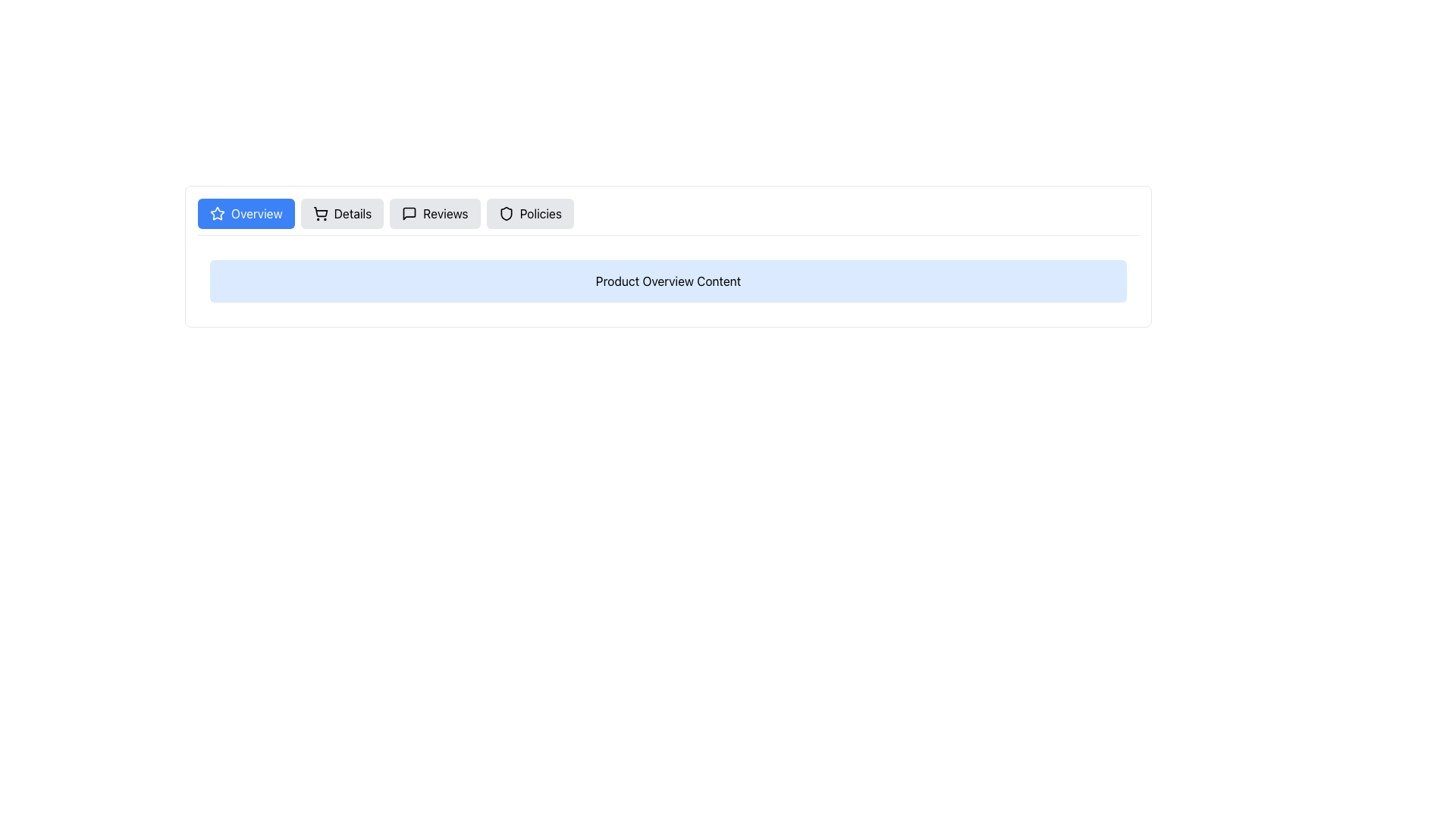 Image resolution: width=1456 pixels, height=819 pixels. Describe the element at coordinates (217, 213) in the screenshot. I see `the blue star-shaped icon with a hollow center located to the left of the text 'Overview' in the first tab of the interface` at that location.